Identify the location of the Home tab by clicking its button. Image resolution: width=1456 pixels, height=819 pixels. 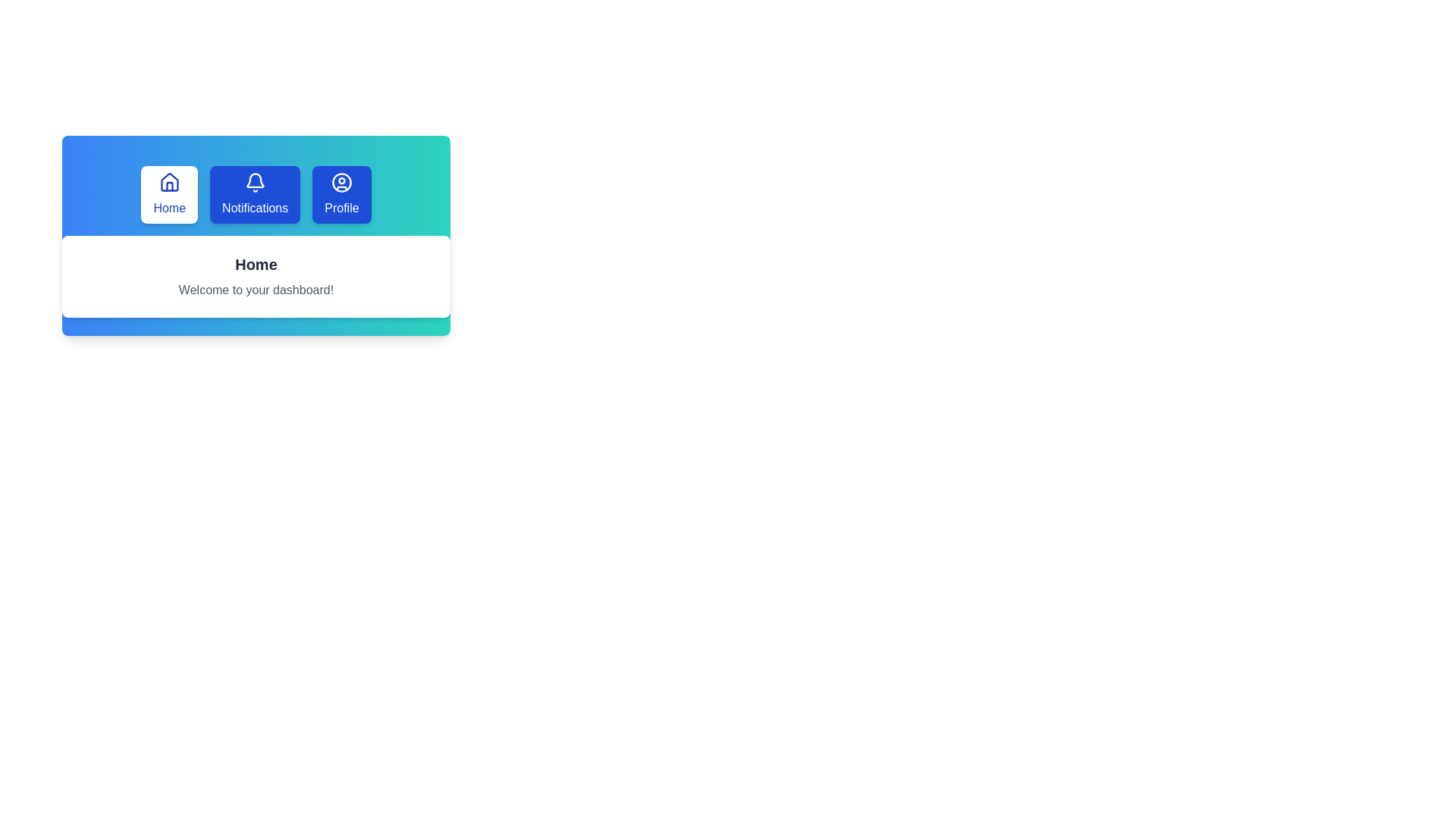
(169, 194).